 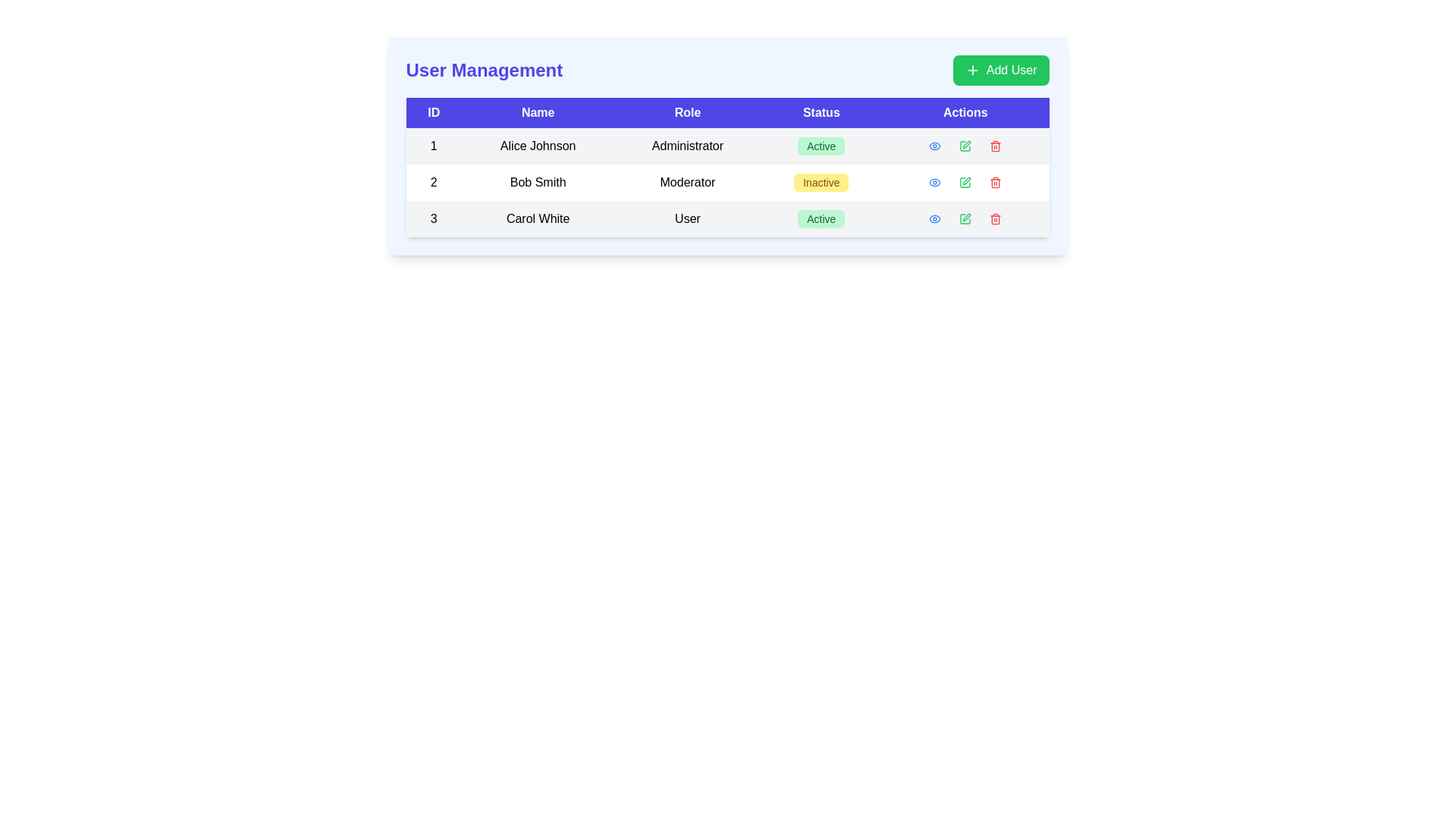 I want to click on the edit action icon, which is a green square with a pencil symbol, located in the 'Actions' column of the second row for user 'Bob Smith' with the 'Moderator' role, so click(x=965, y=181).